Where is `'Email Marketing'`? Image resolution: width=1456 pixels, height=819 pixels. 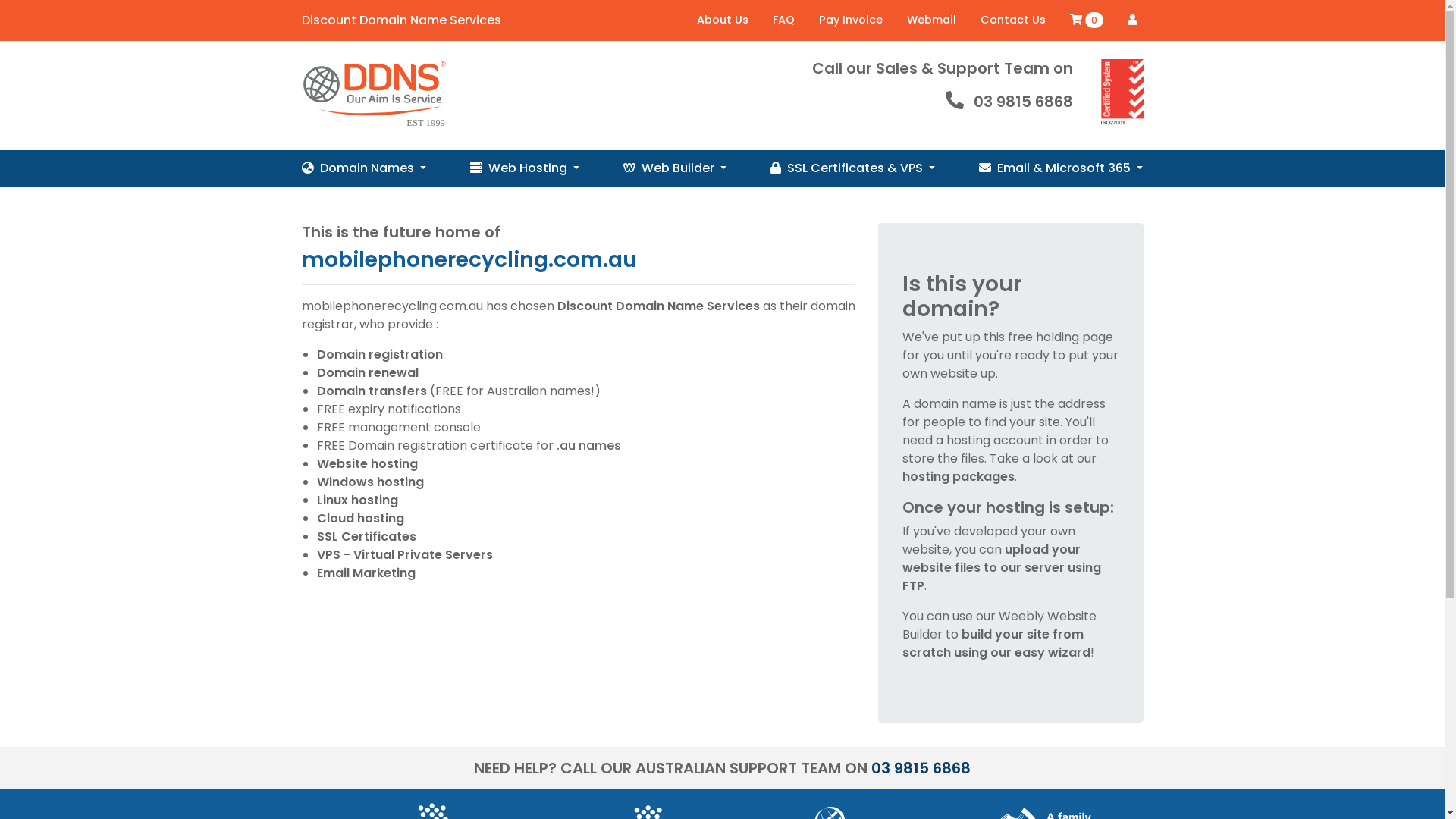 'Email Marketing' is located at coordinates (366, 573).